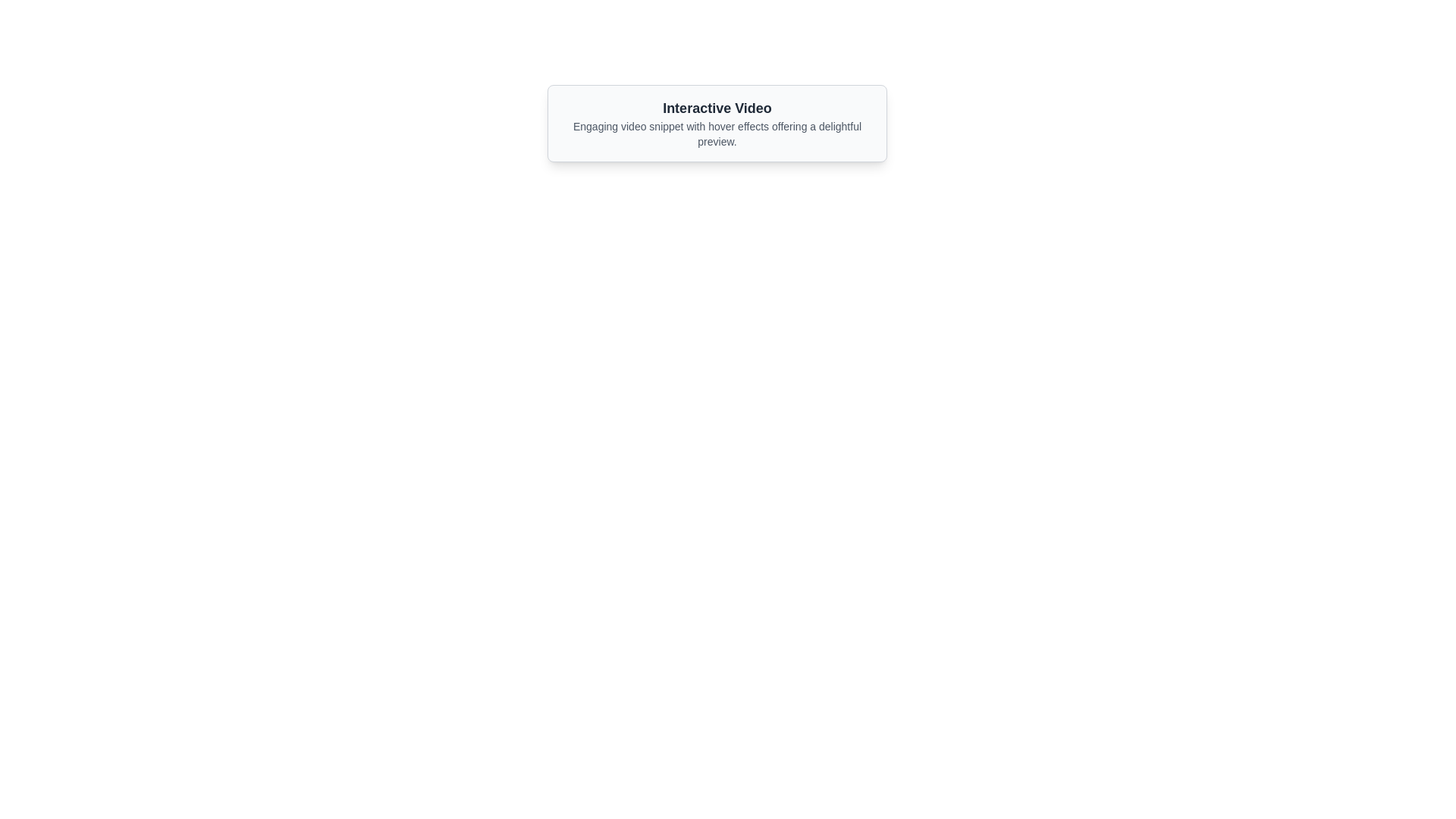  Describe the element at coordinates (716, 133) in the screenshot. I see `text label that displays 'Engaging video snippet with hover effects offering a delightful preview.' positioned below the 'Interactive Video' text element` at that location.